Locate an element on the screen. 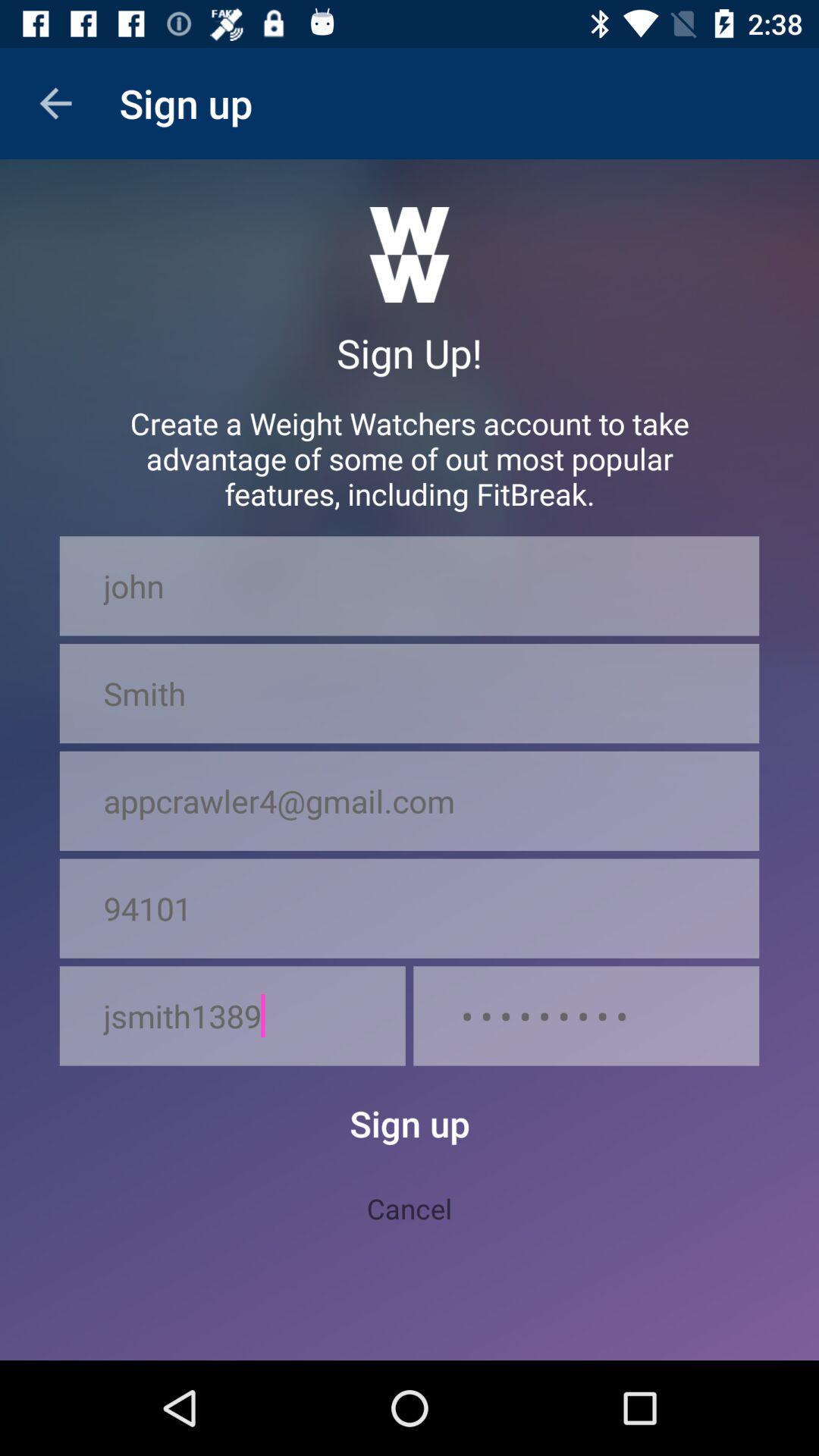  icon at the bottom right corner is located at coordinates (585, 1015).